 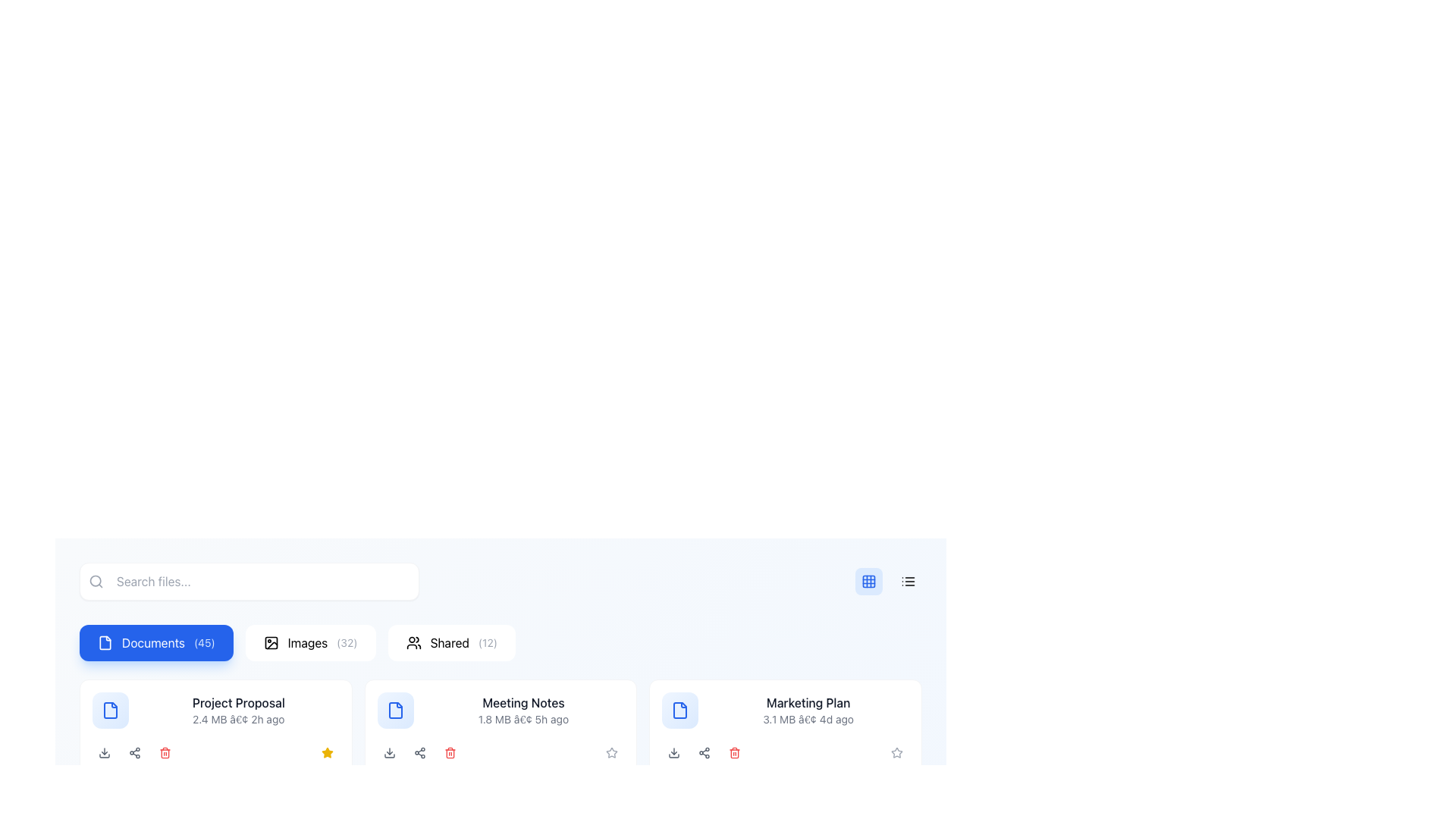 I want to click on the red trash bin icon, so click(x=165, y=752).